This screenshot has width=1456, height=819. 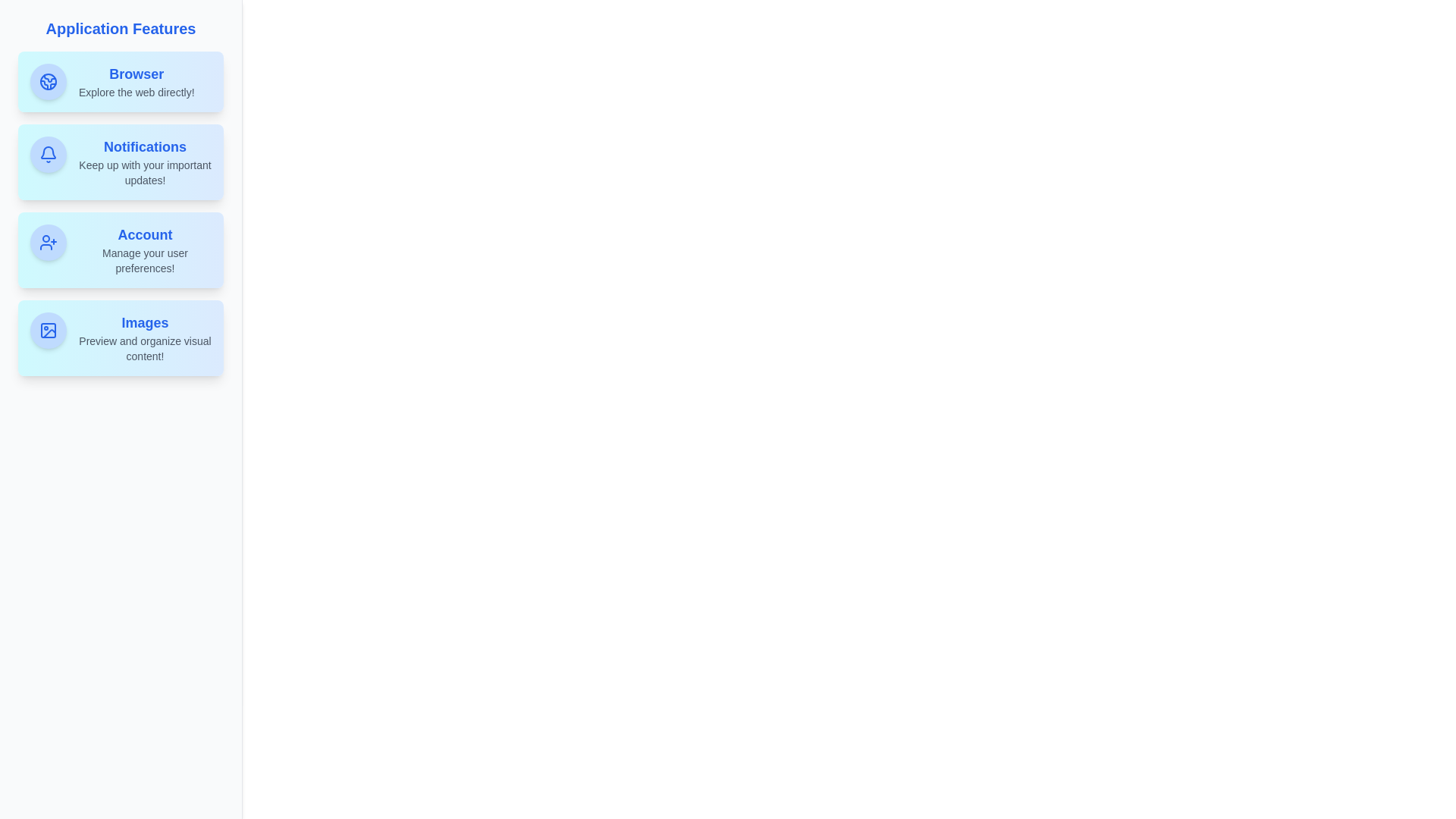 What do you see at coordinates (120, 162) in the screenshot?
I see `the feature tile corresponding to Notifications` at bounding box center [120, 162].